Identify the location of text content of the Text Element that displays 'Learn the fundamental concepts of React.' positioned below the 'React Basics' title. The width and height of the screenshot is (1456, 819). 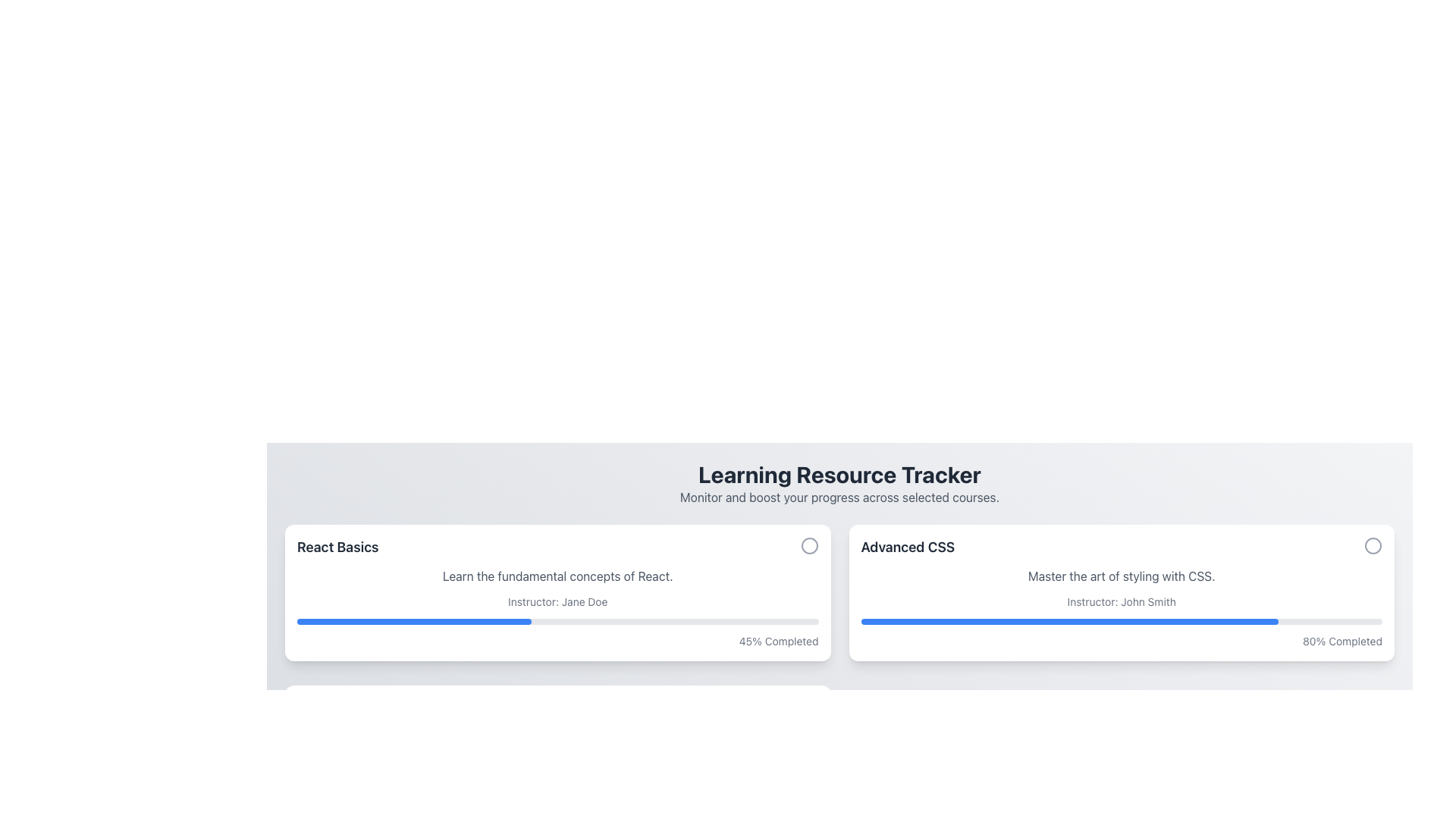
(557, 576).